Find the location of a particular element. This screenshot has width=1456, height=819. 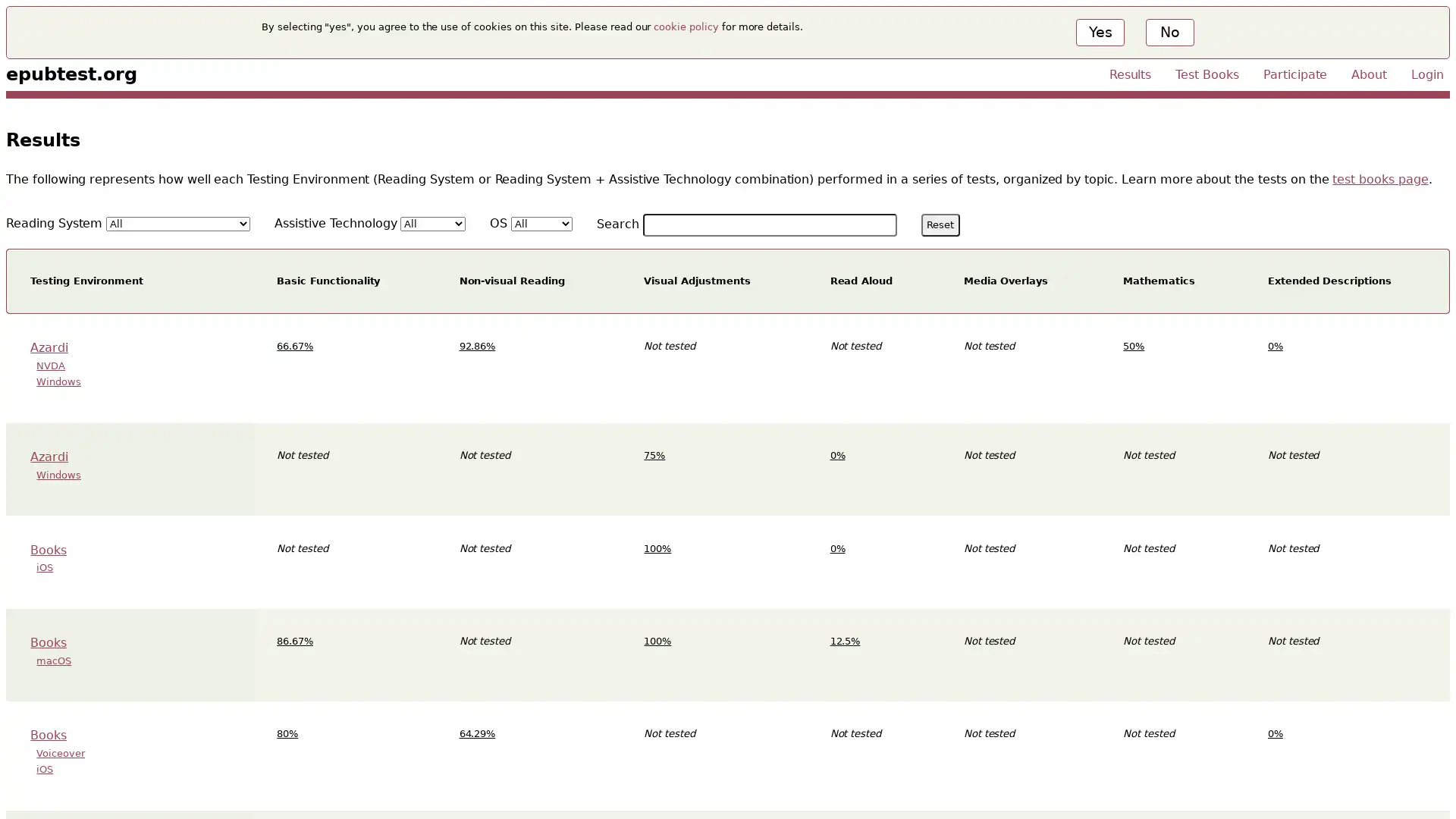

Media Overlays is located at coordinates (1005, 281).